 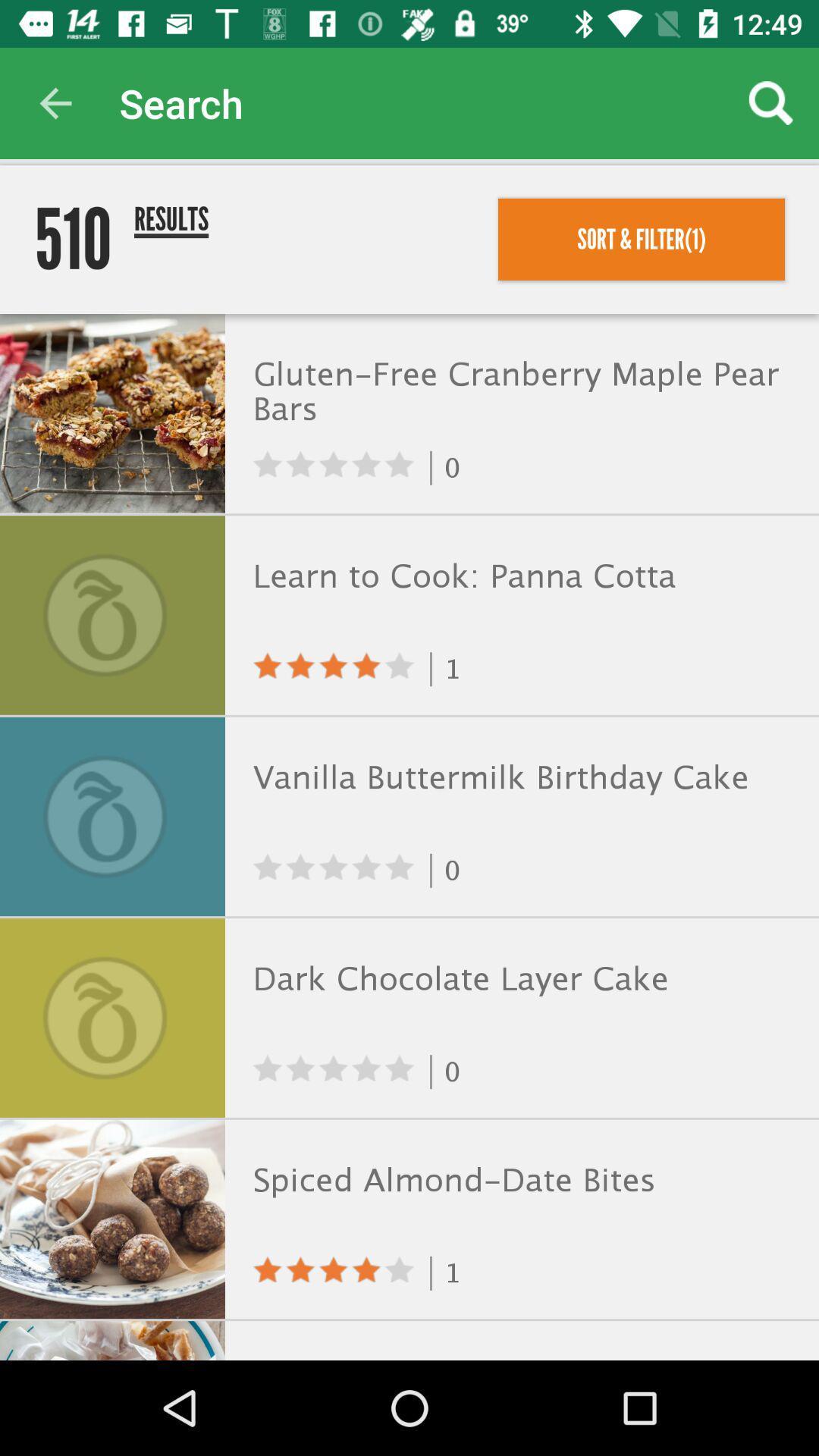 I want to click on the app to the right of the search icon, so click(x=771, y=102).